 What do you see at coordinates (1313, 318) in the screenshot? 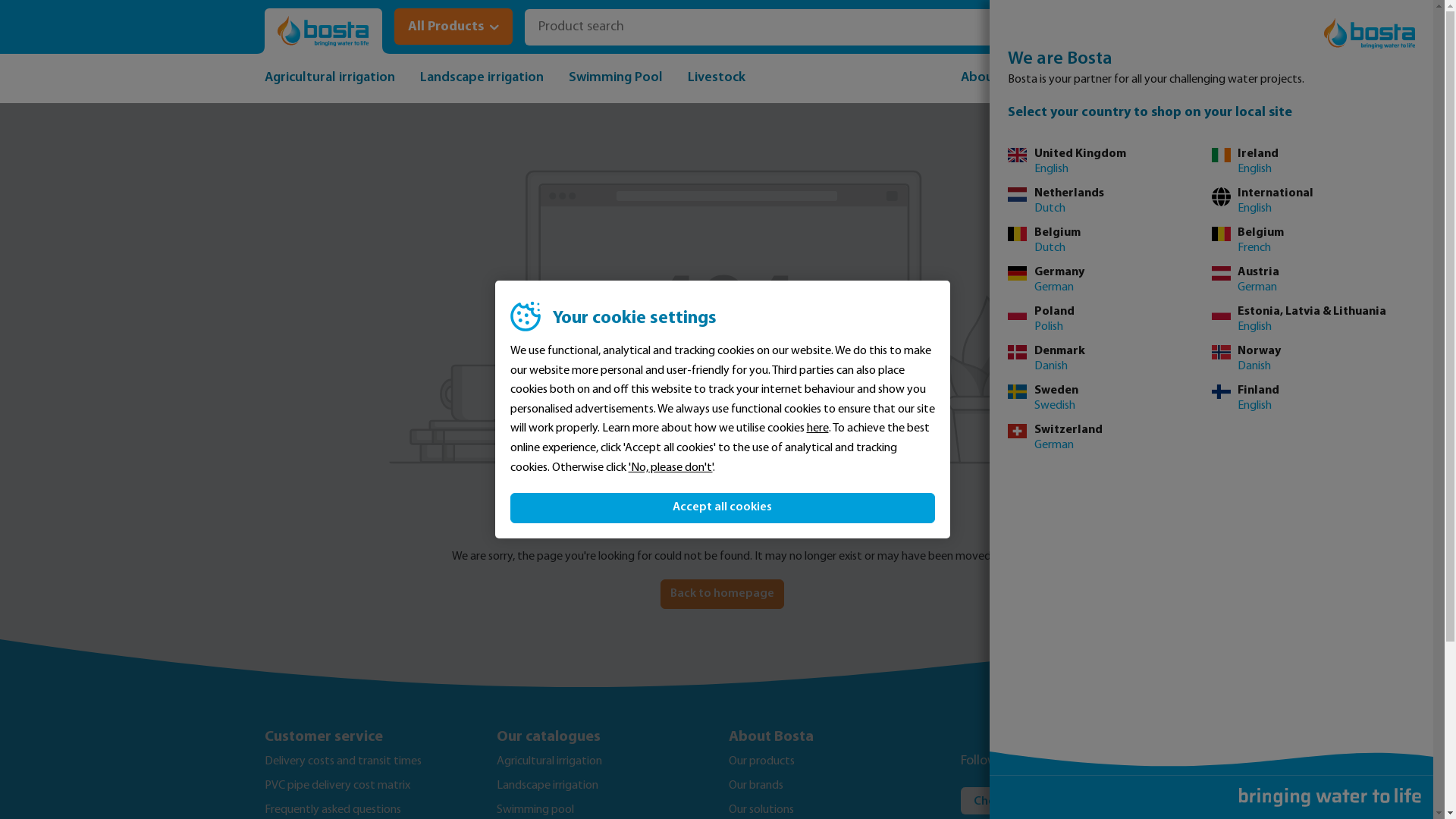
I see `'Estonia, Latvia & Lithuania` at bounding box center [1313, 318].